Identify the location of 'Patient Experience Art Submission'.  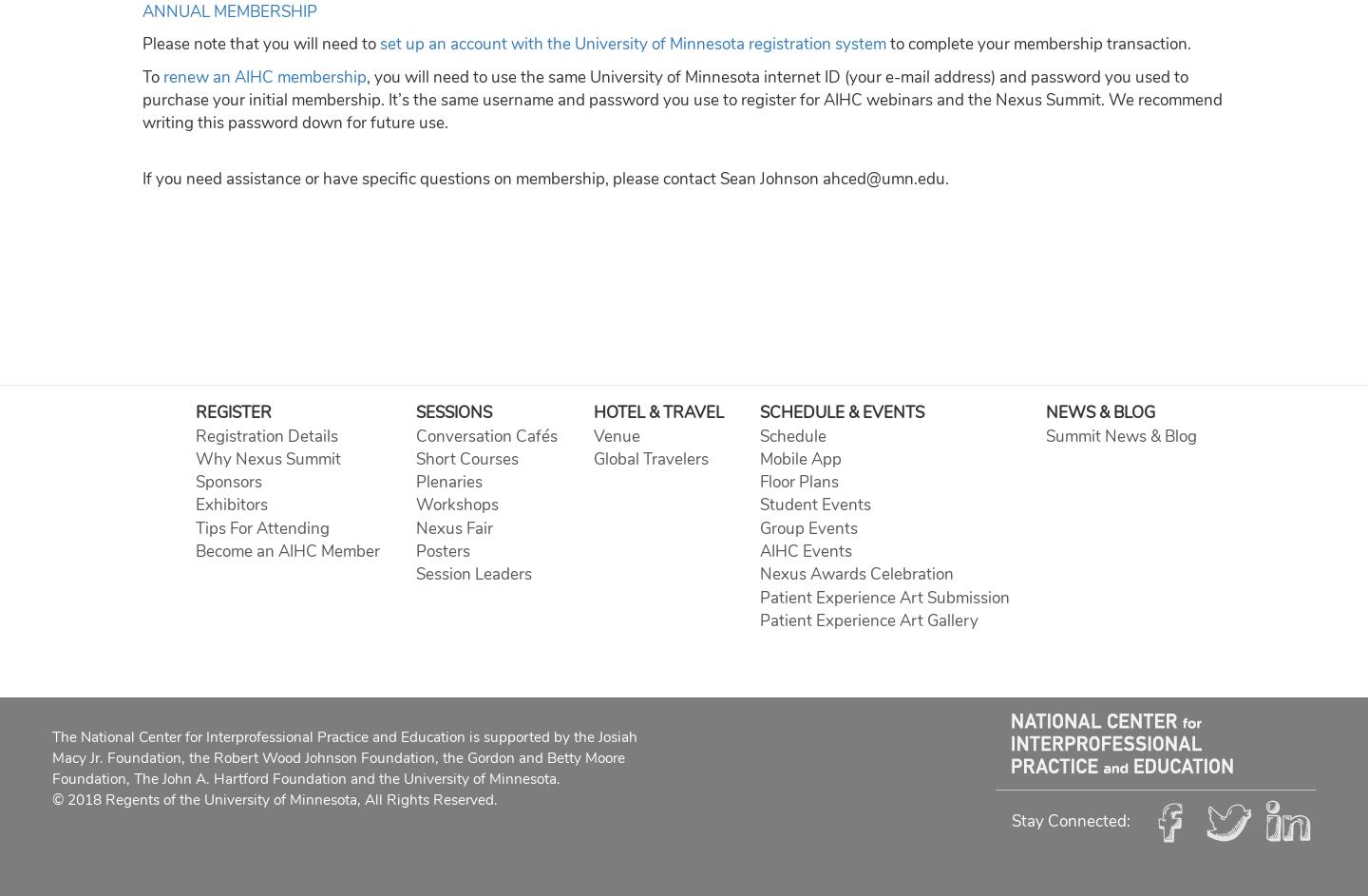
(883, 596).